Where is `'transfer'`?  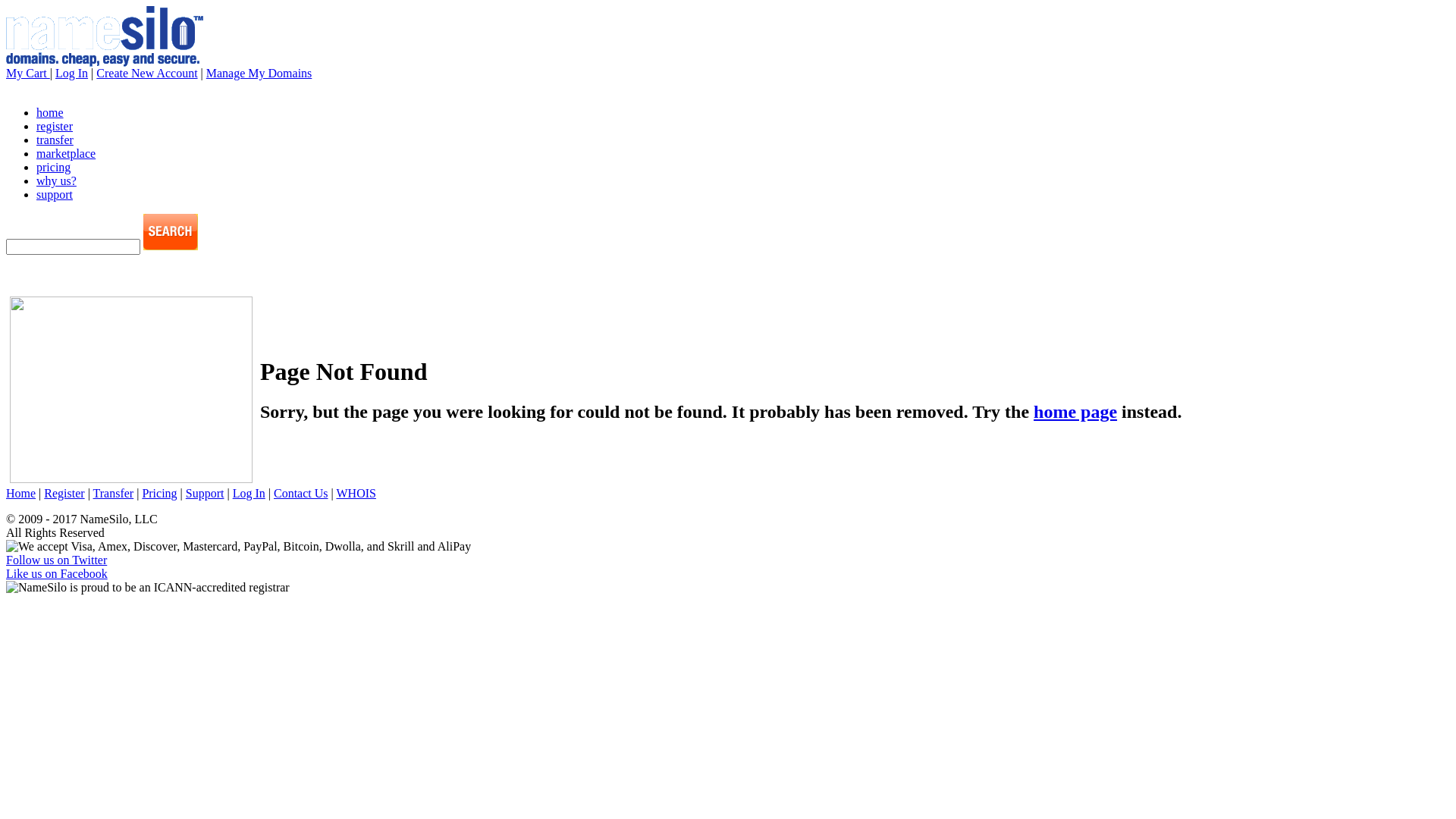
'transfer' is located at coordinates (55, 140).